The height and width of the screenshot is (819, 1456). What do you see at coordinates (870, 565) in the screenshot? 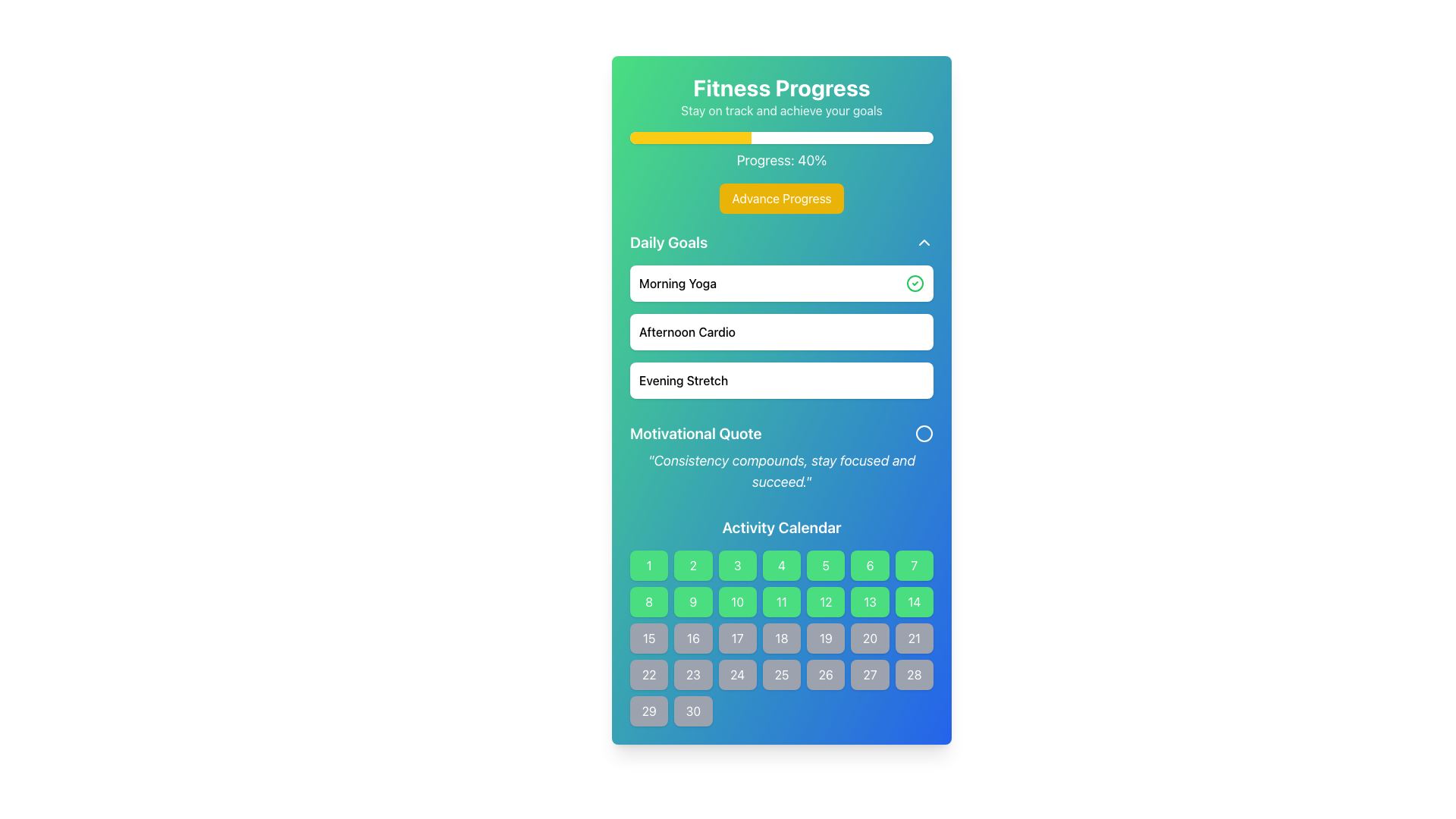
I see `the sixth day button in the Activity Calendar` at bounding box center [870, 565].